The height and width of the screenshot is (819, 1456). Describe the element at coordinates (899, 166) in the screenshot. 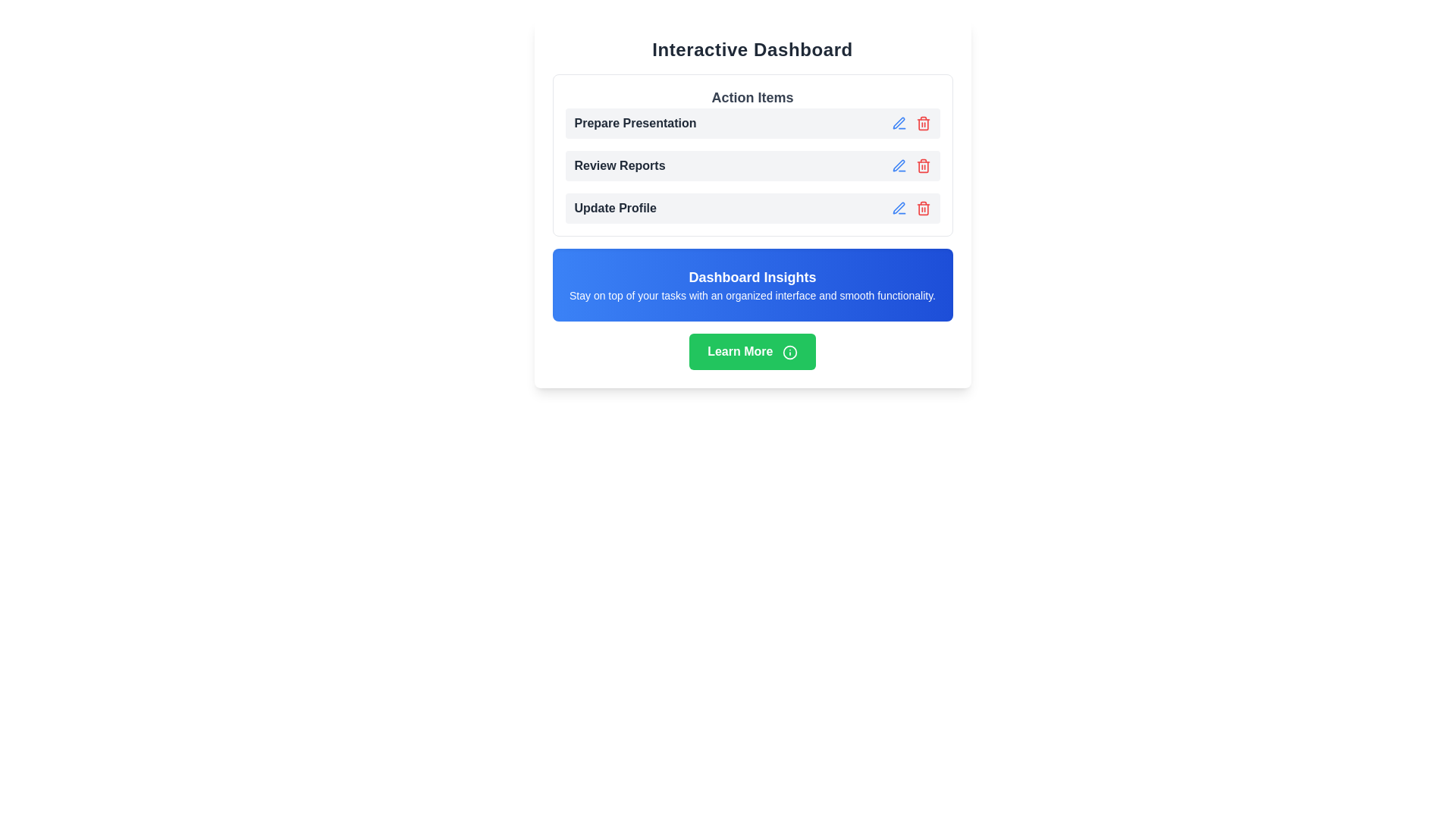

I see `the editing icon for the 'Review Reports' action to observe the hover color change` at that location.